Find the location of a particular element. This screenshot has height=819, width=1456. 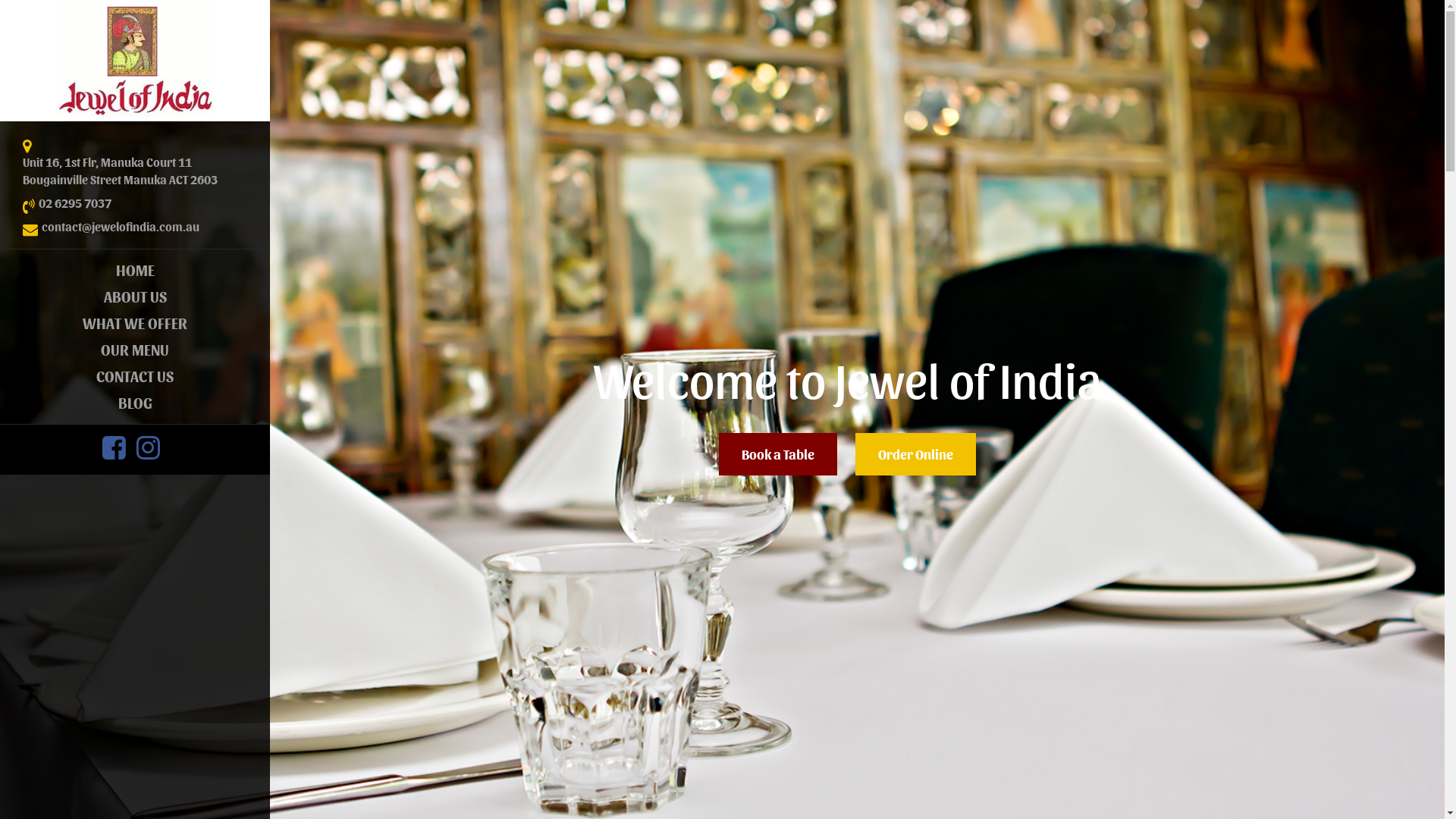

'BLOG' is located at coordinates (134, 402).